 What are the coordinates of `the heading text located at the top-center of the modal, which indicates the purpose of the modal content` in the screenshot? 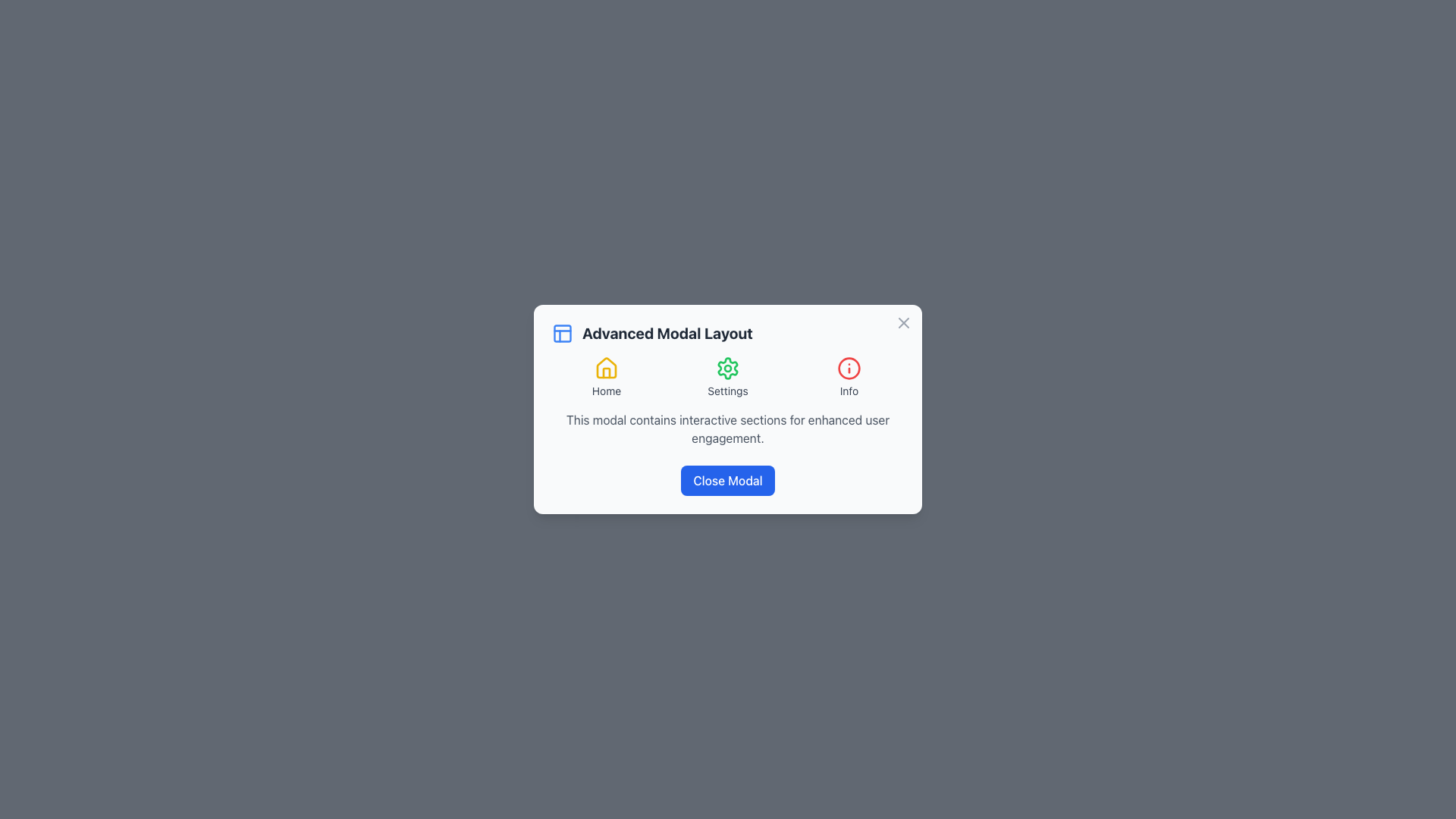 It's located at (667, 332).